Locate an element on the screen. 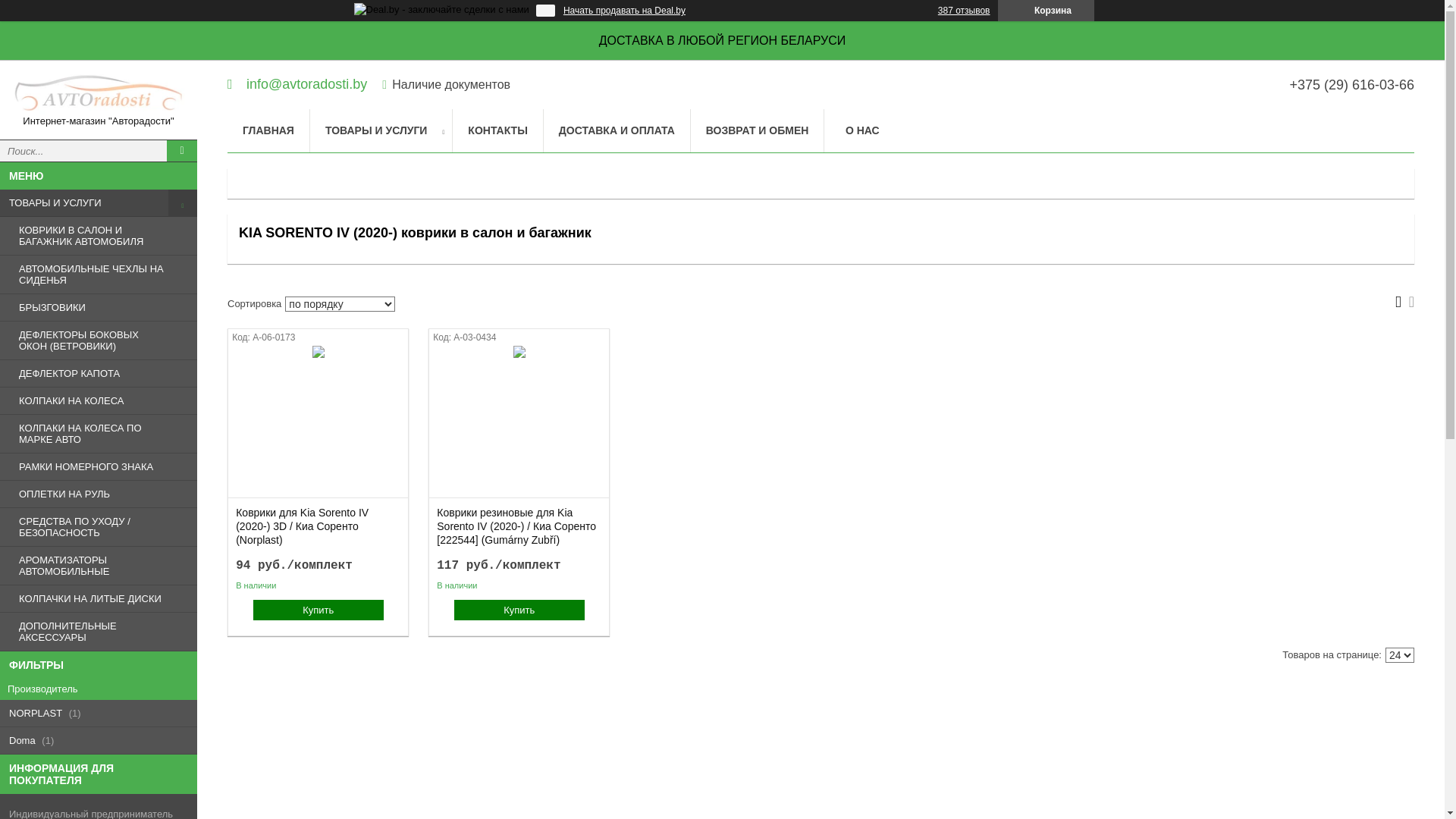  'info@avtoradosti.by' is located at coordinates (297, 83).